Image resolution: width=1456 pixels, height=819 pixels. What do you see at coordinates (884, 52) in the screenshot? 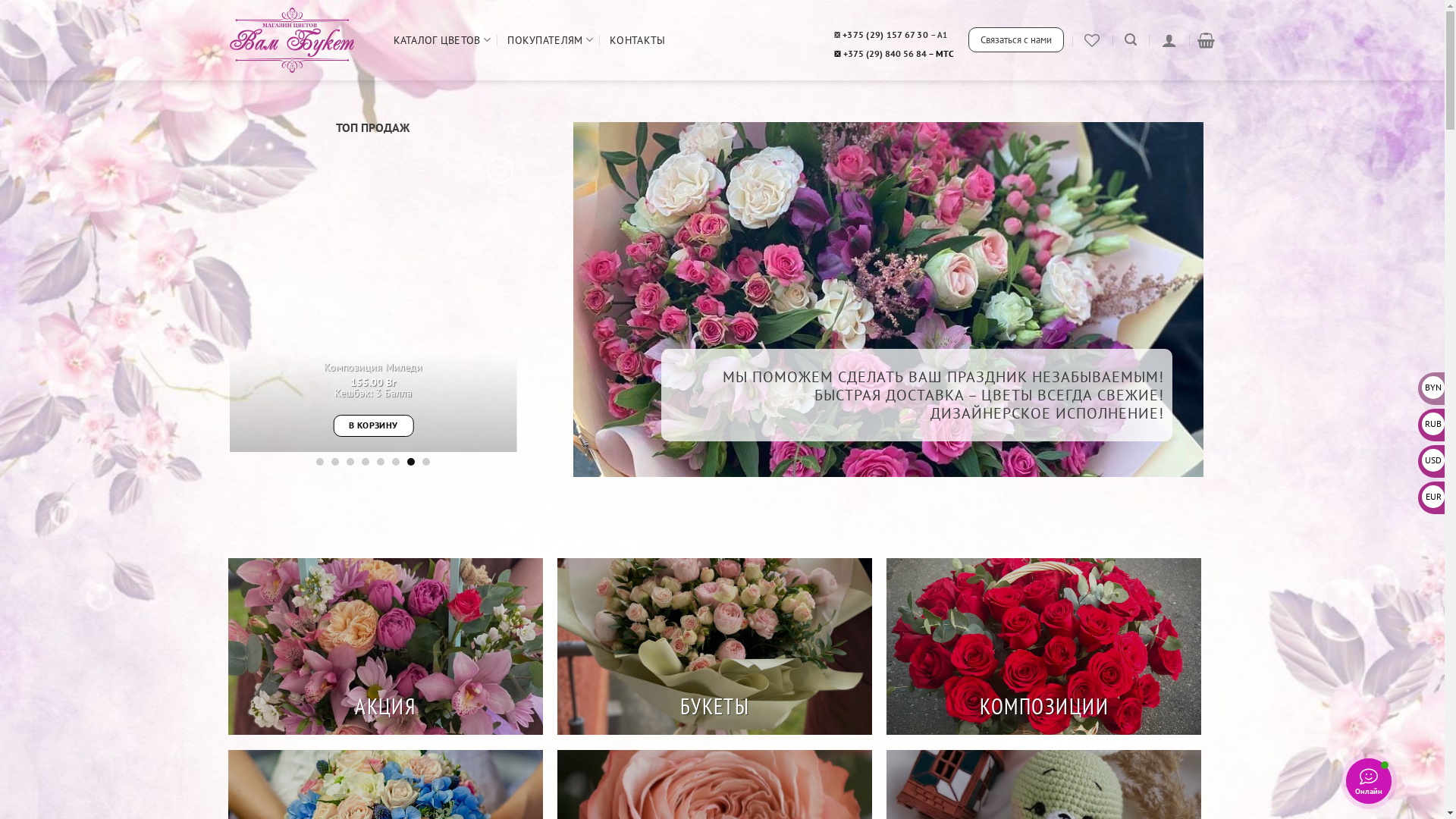
I see `'+375 (29) 840 56 84'` at bounding box center [884, 52].